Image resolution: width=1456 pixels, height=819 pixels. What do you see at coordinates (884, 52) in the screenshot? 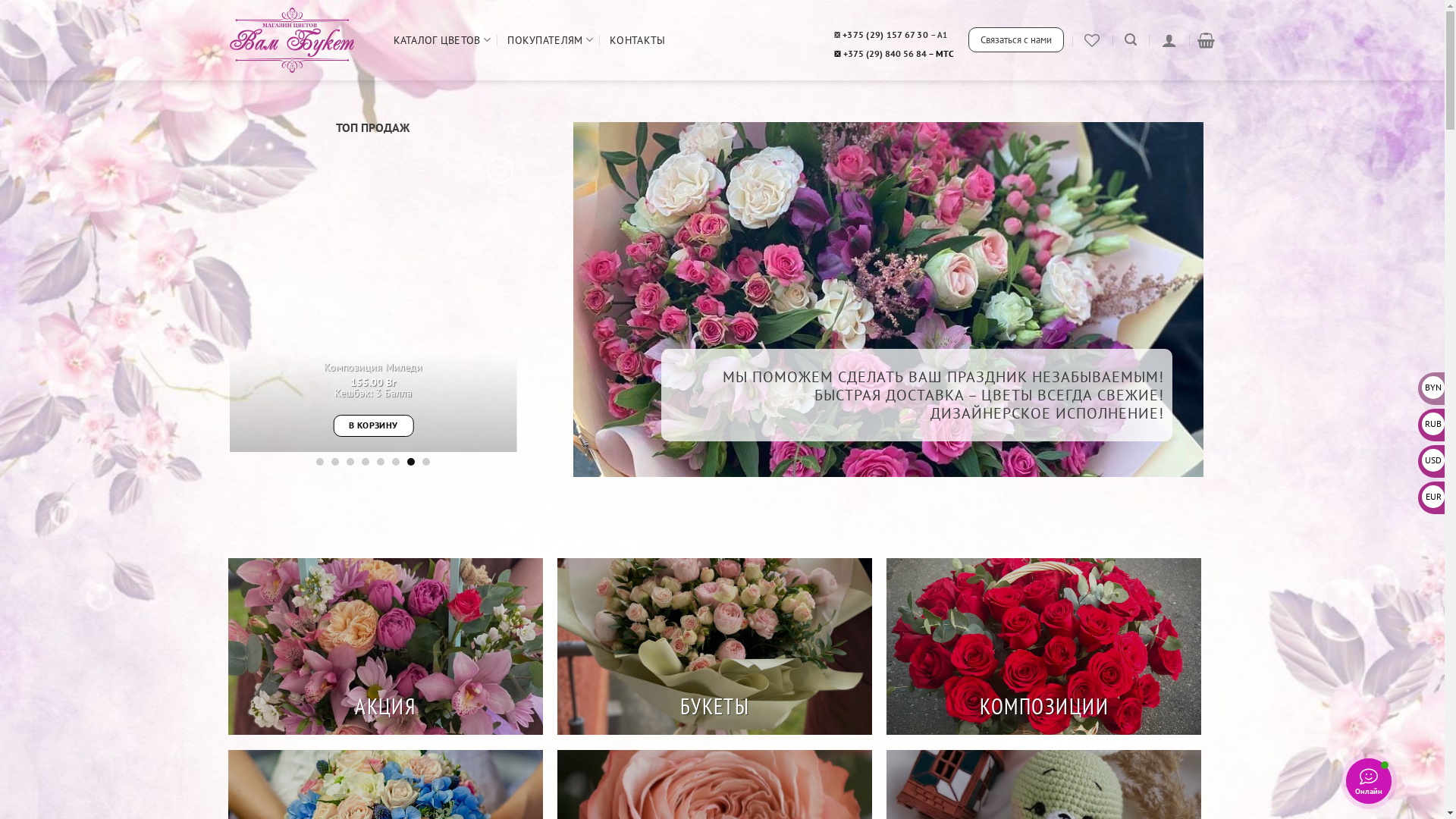
I see `'+375 (29) 840 56 84'` at bounding box center [884, 52].